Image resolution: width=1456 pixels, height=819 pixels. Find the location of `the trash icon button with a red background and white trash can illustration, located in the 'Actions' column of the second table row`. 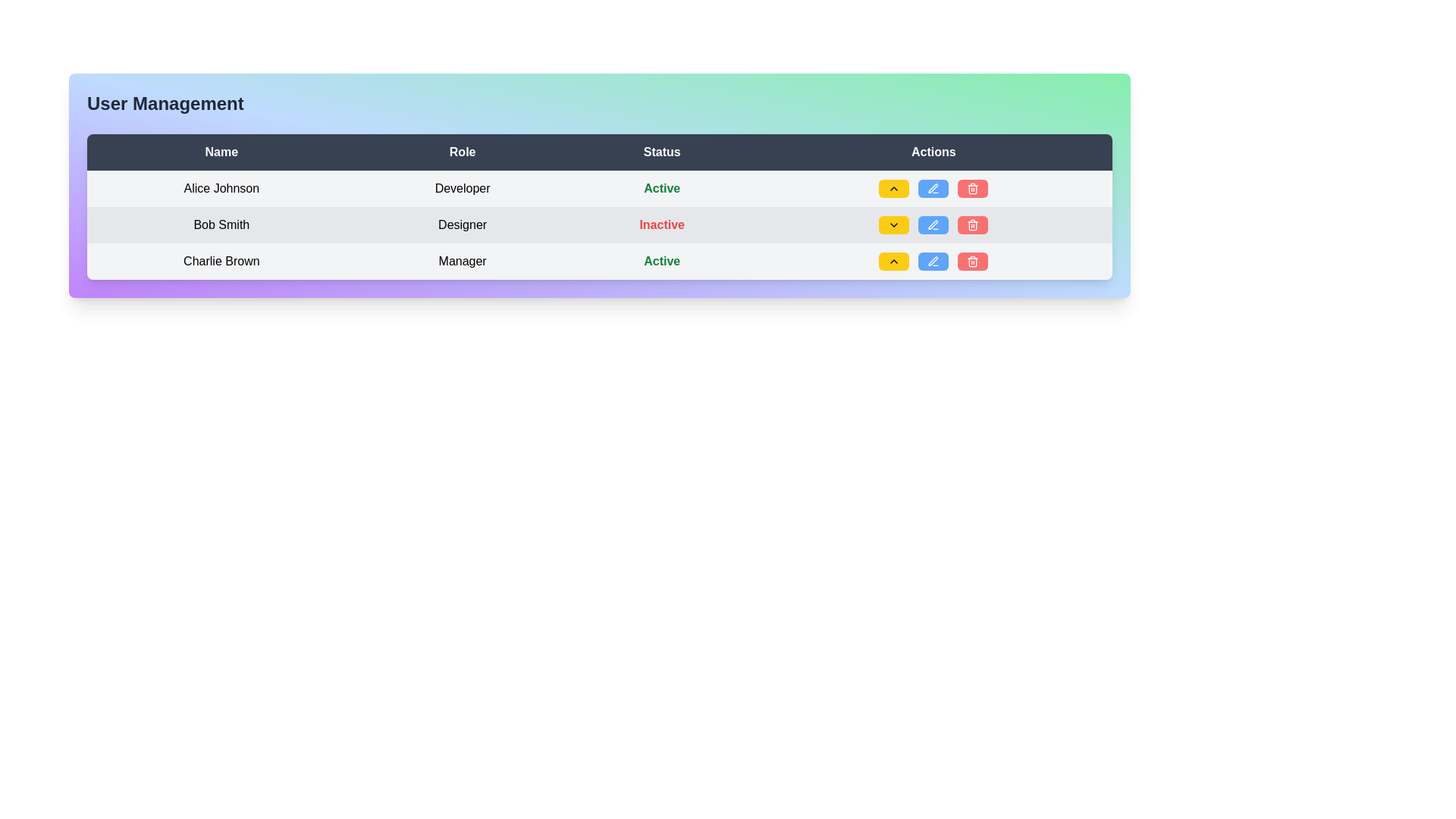

the trash icon button with a red background and white trash can illustration, located in the 'Actions' column of the second table row is located at coordinates (973, 188).